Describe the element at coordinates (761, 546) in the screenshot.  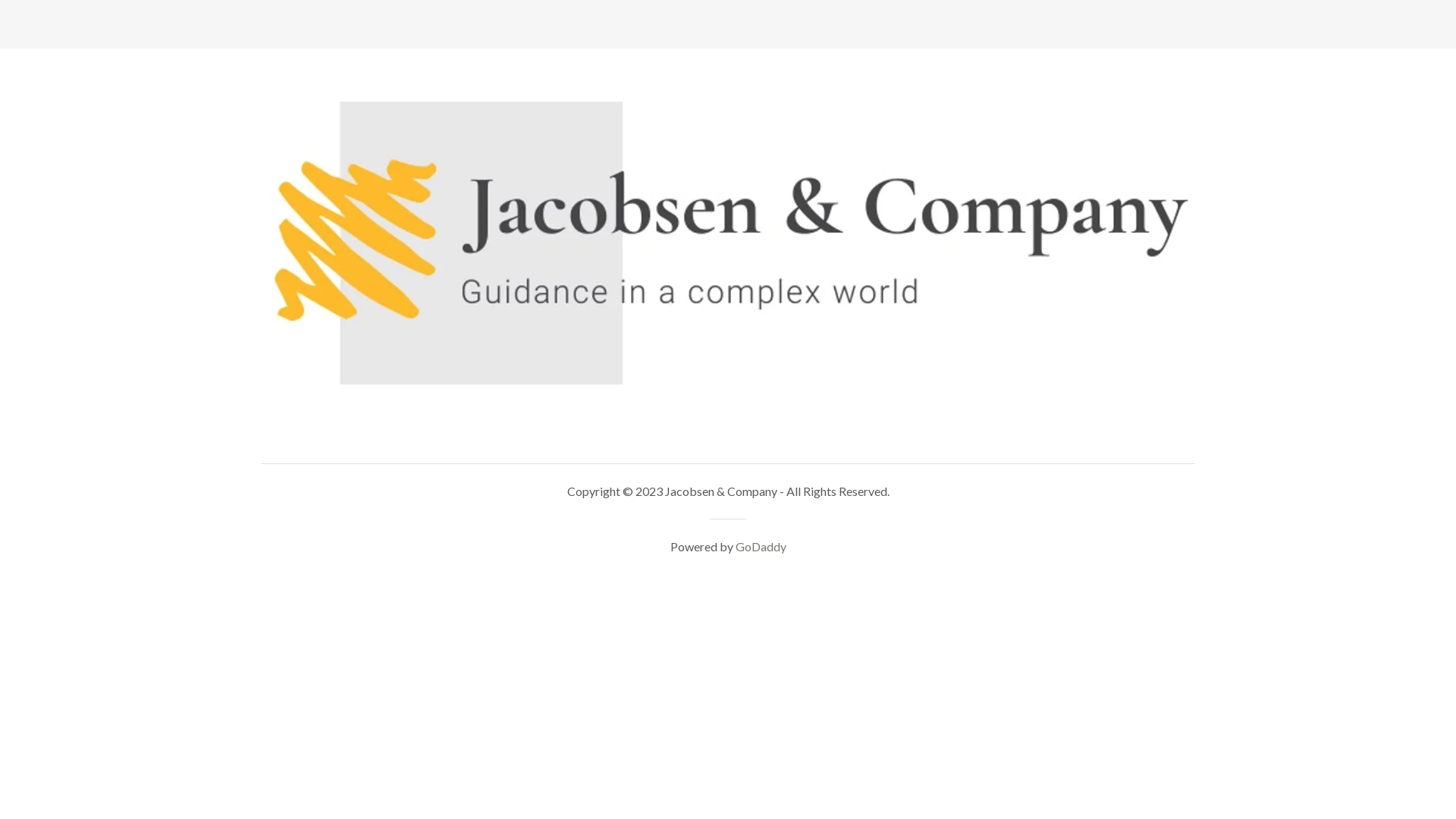
I see `'GoDaddy'` at that location.